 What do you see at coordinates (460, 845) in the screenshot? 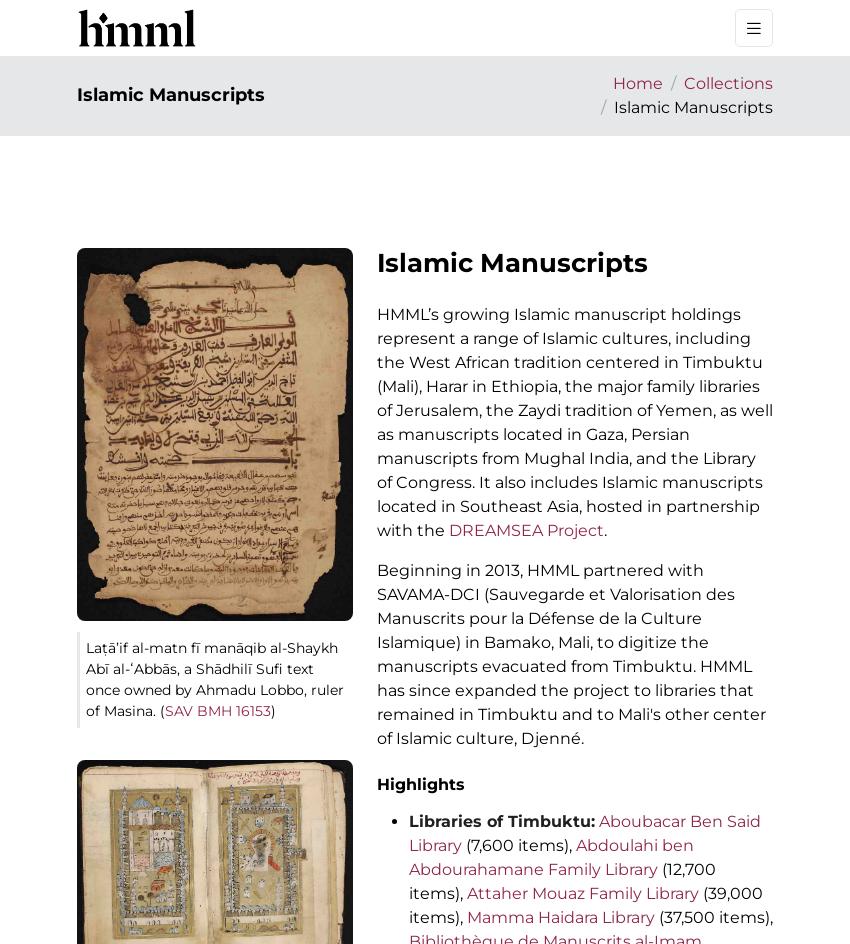
I see `'(7,600 items),'` at bounding box center [460, 845].